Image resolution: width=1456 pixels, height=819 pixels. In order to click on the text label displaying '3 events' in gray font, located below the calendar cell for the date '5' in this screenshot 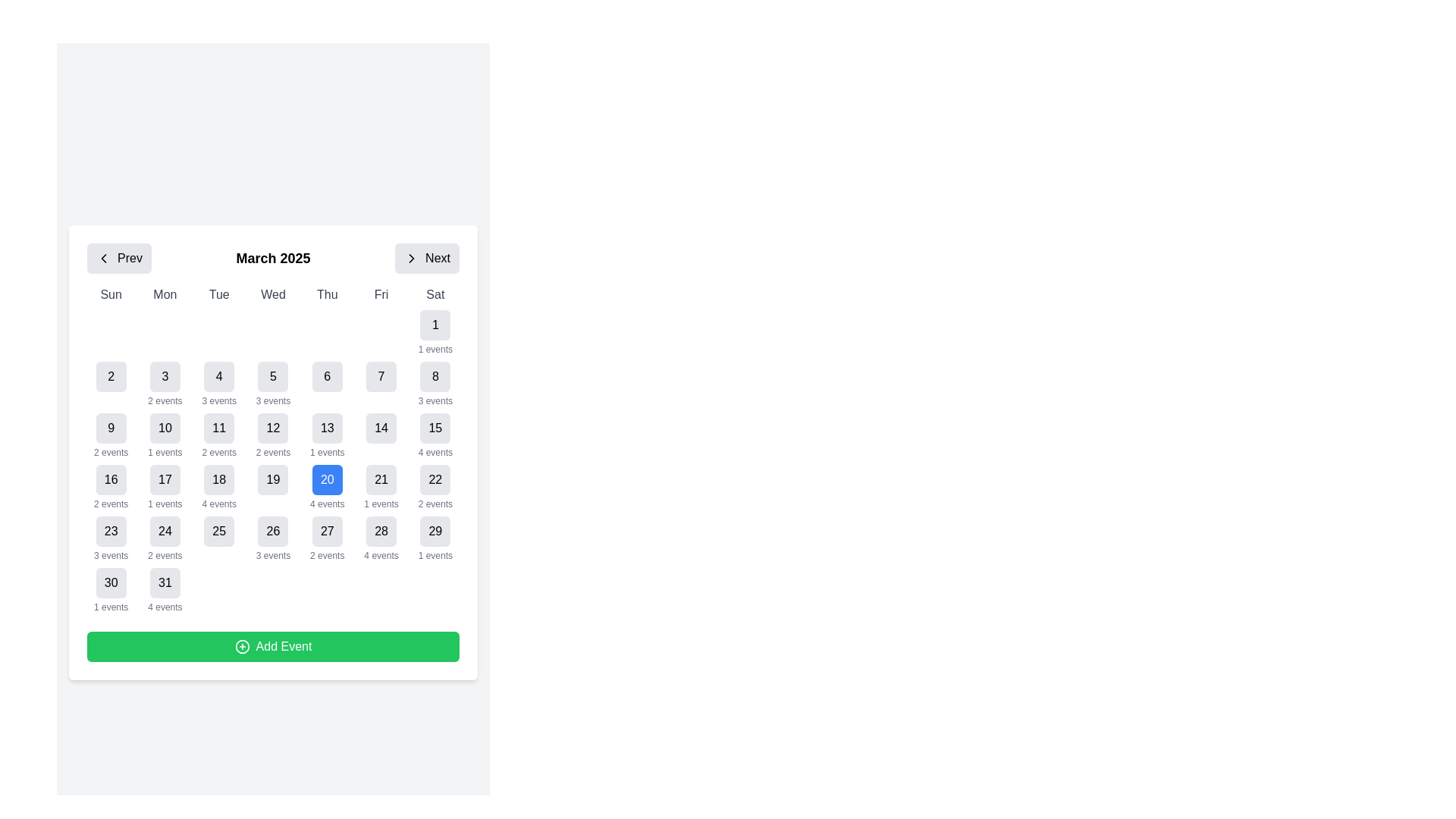, I will do `click(273, 400)`.